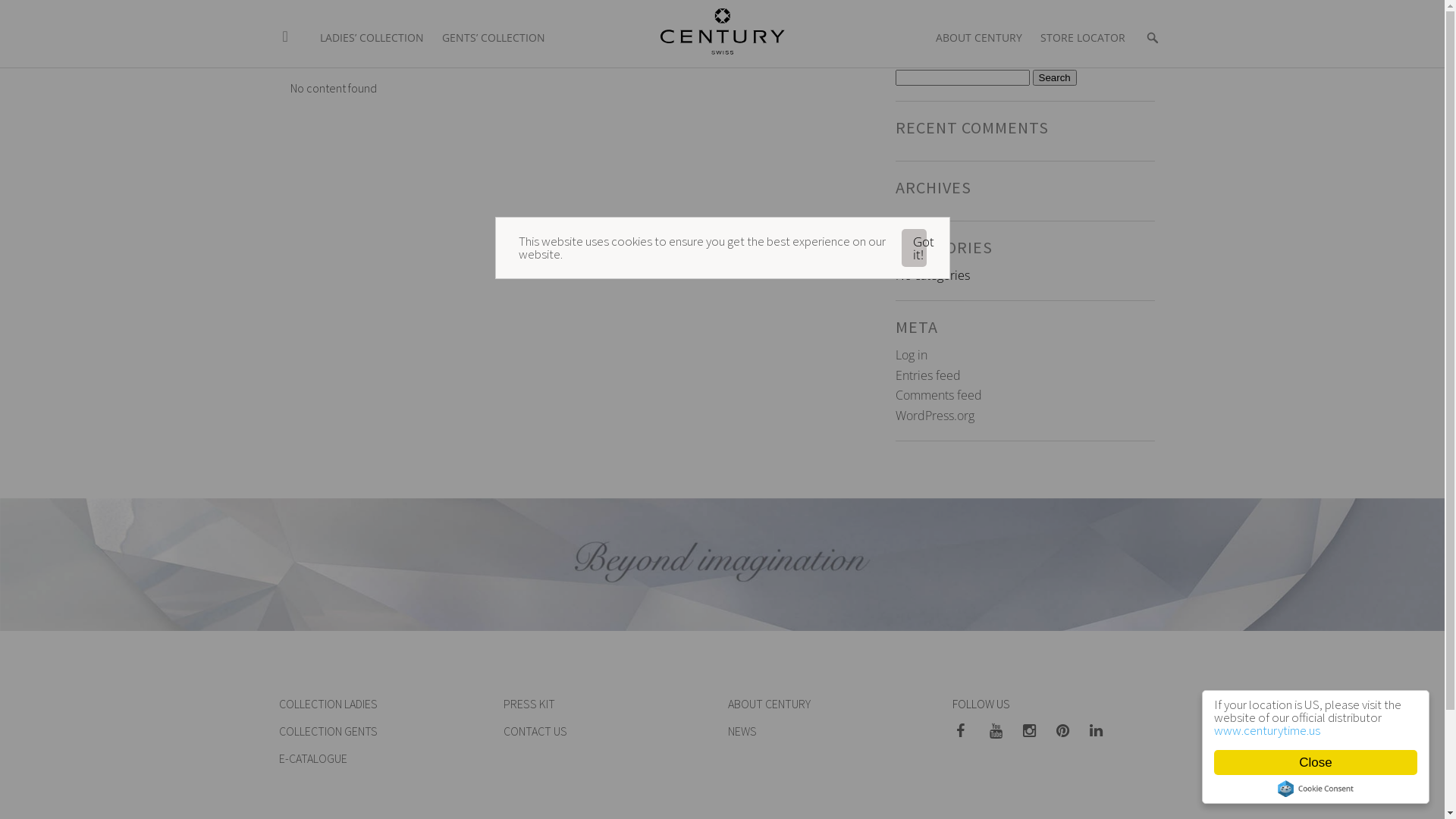 This screenshot has height=819, width=1456. What do you see at coordinates (1214, 730) in the screenshot?
I see `'www.centurytime.us'` at bounding box center [1214, 730].